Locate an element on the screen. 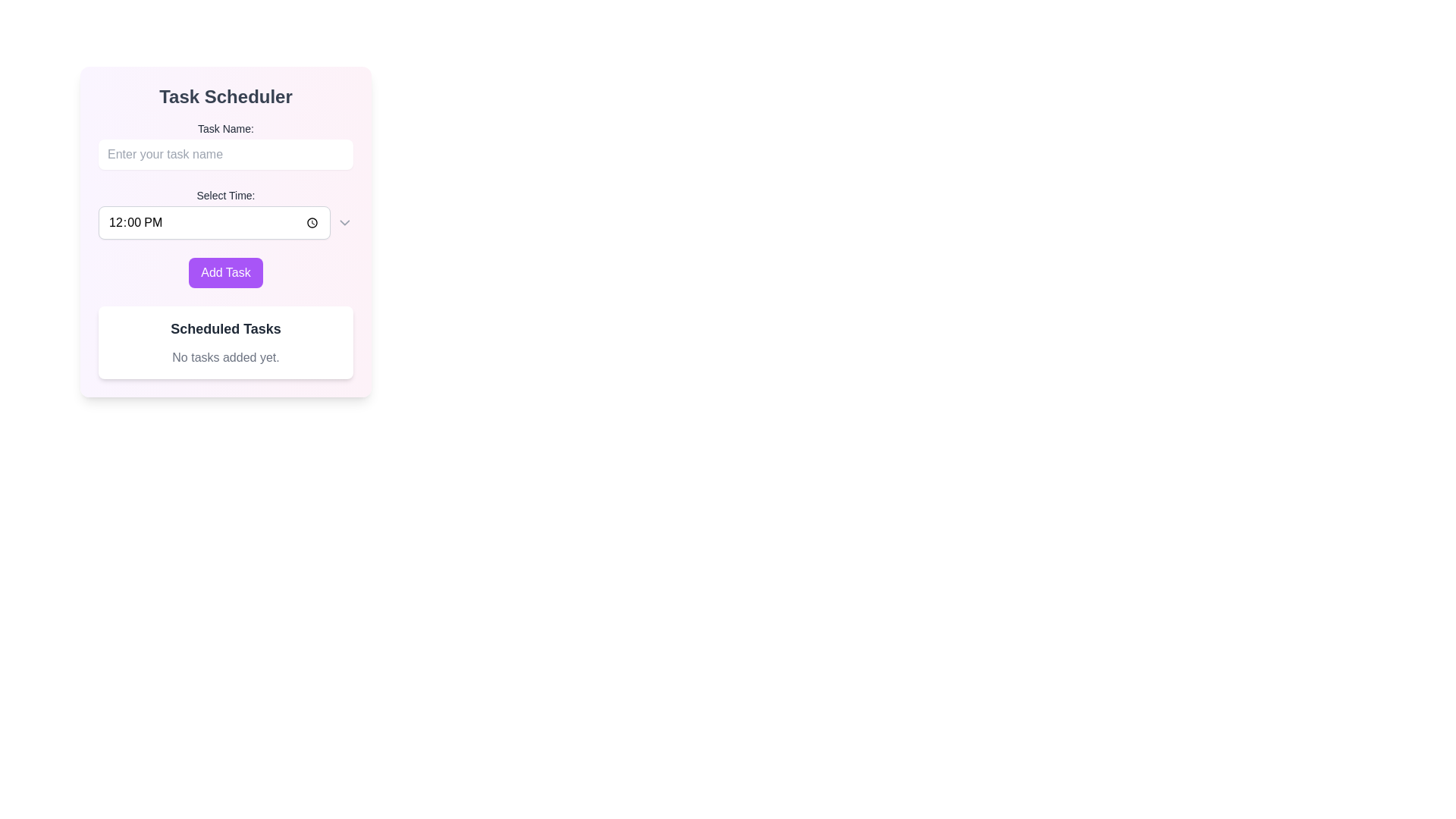 Image resolution: width=1456 pixels, height=819 pixels. a time from the dropdown arrow in the Time Picker Input Field located in the Task Scheduler card layout is located at coordinates (224, 213).